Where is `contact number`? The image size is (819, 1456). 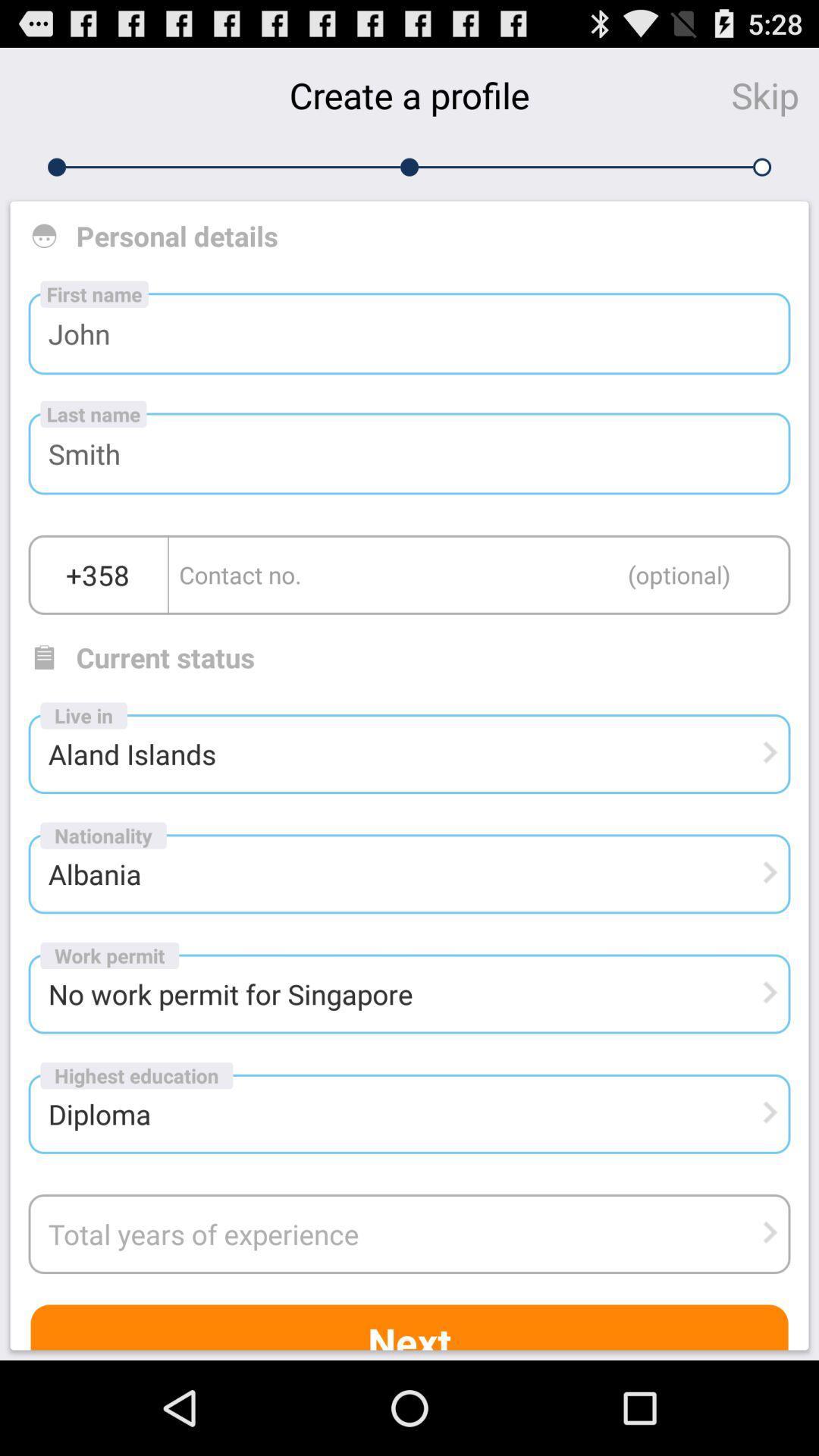
contact number is located at coordinates (479, 574).